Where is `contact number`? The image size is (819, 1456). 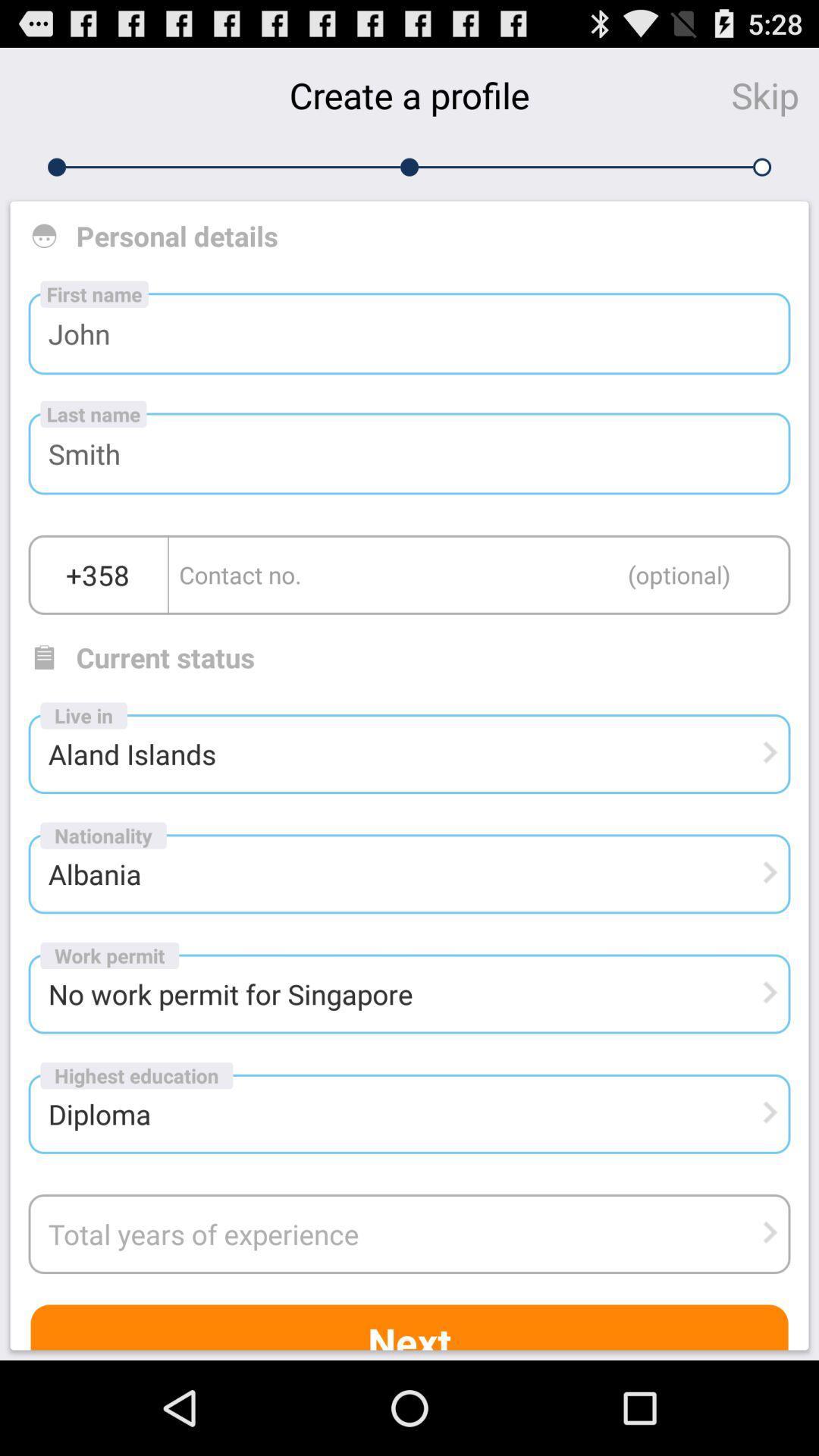
contact number is located at coordinates (479, 574).